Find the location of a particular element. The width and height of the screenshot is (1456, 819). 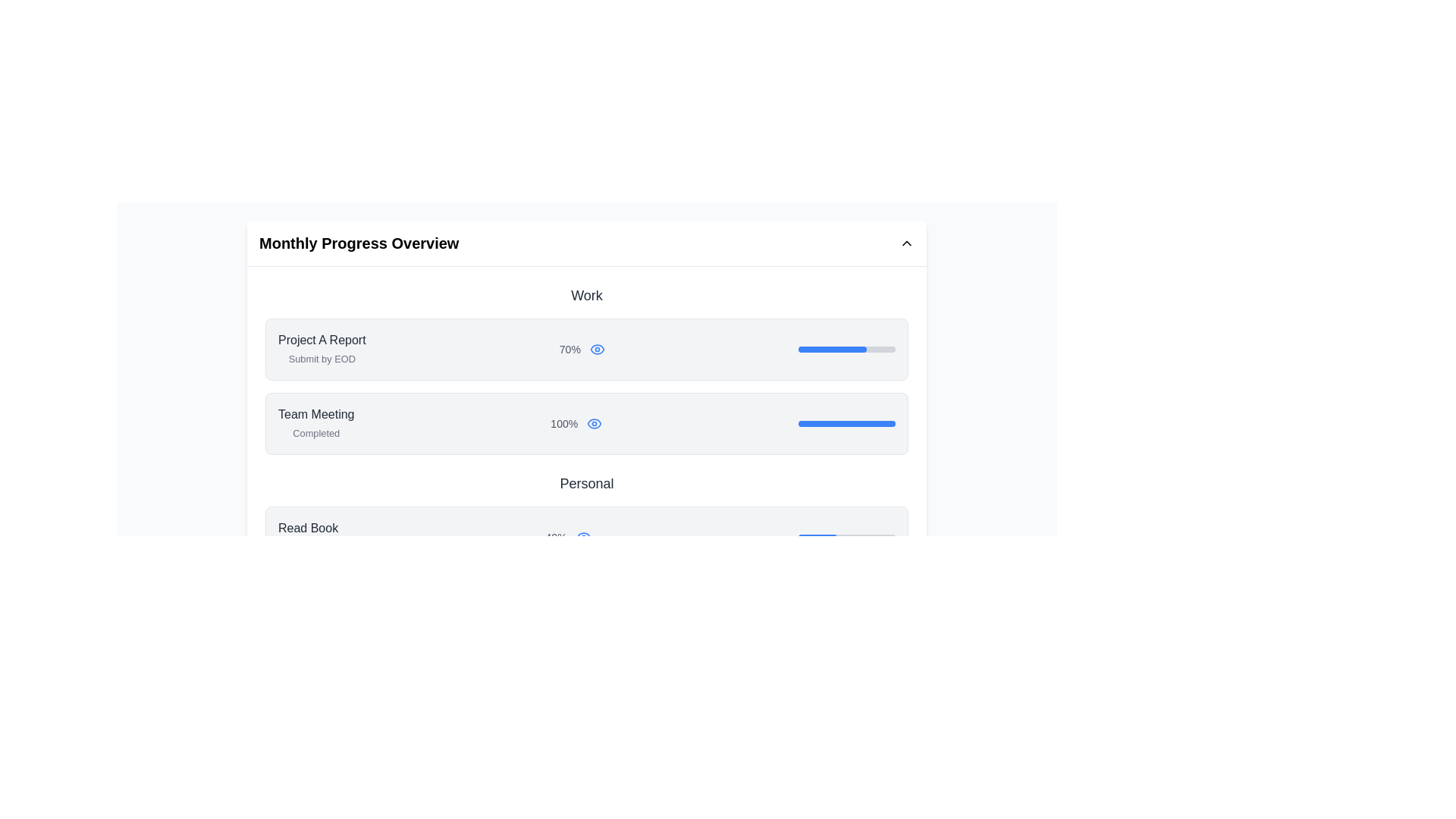

the 'Team Meeting' text label that indicates task completion, located in the second card under the 'Work' category of the 'Monthly Progress Overview' interface is located at coordinates (315, 424).